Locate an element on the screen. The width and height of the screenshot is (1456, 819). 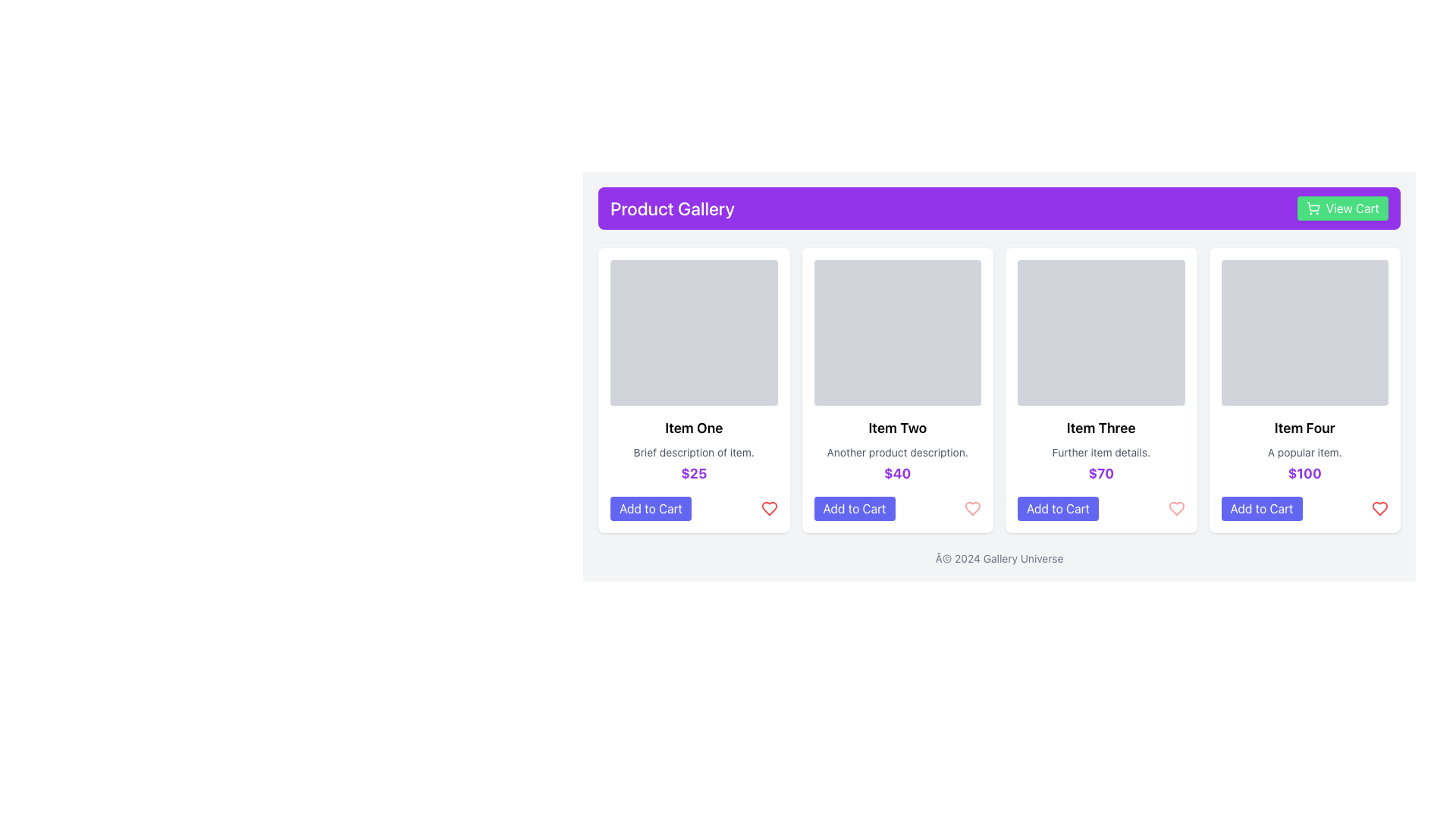
the text element that provides a brief description for 'Item Four', located in the fourth product card from the left, directly below 'Item Four' and above '$100' is located at coordinates (1304, 452).